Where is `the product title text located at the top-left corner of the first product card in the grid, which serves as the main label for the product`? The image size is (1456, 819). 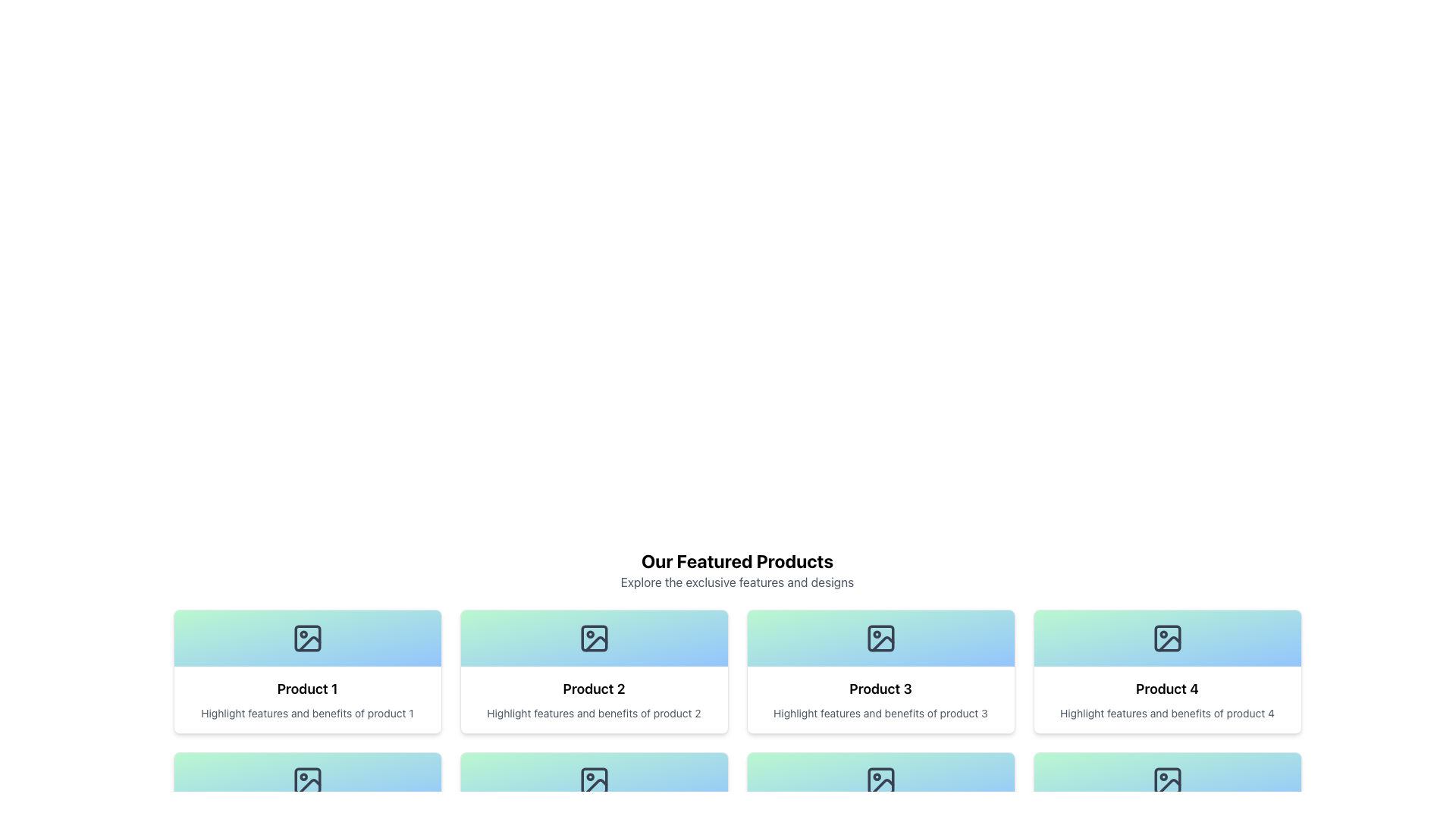
the product title text located at the top-left corner of the first product card in the grid, which serves as the main label for the product is located at coordinates (306, 689).